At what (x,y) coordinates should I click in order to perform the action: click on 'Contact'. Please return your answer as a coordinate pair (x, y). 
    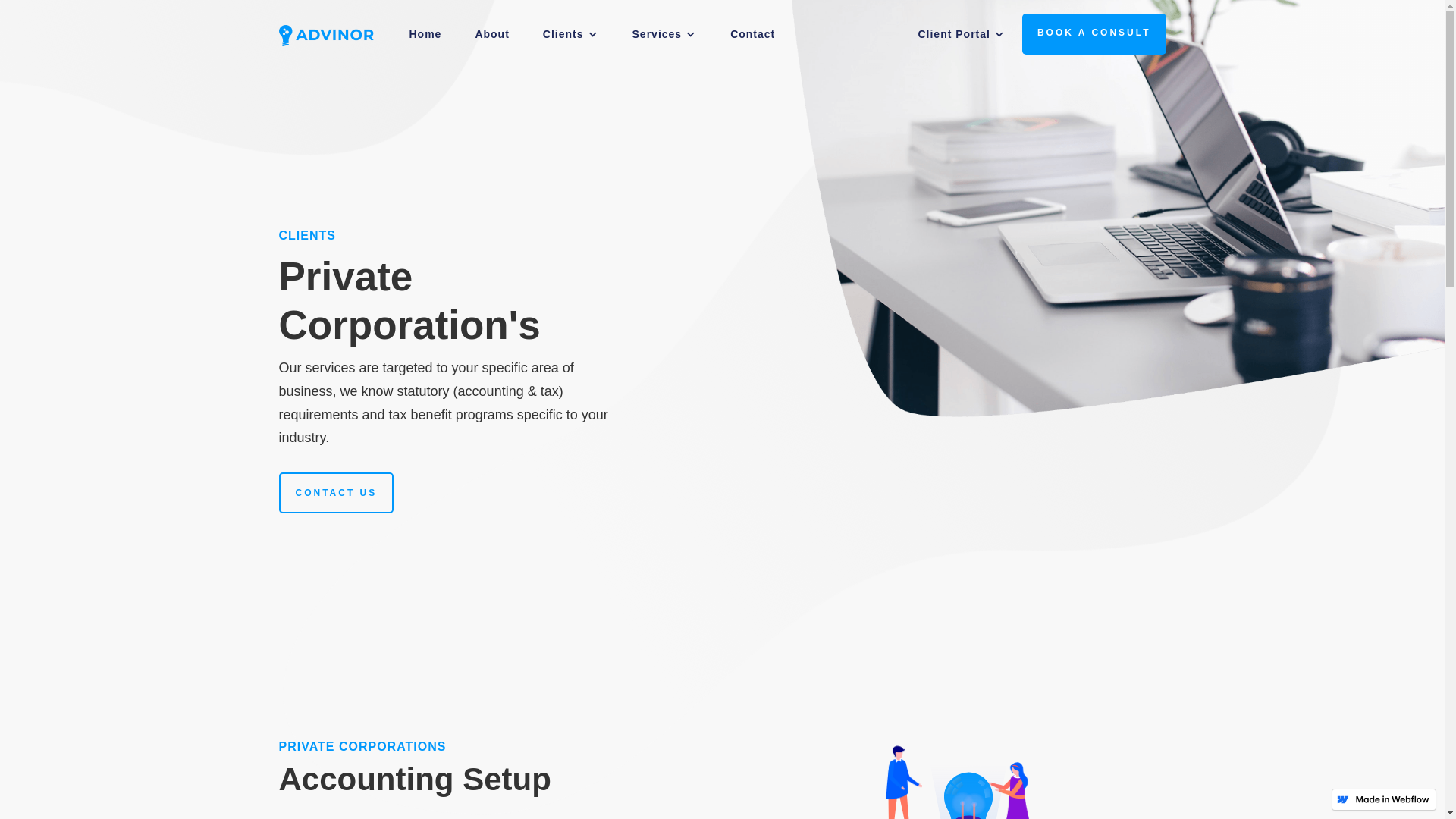
    Looking at the image, I should click on (752, 34).